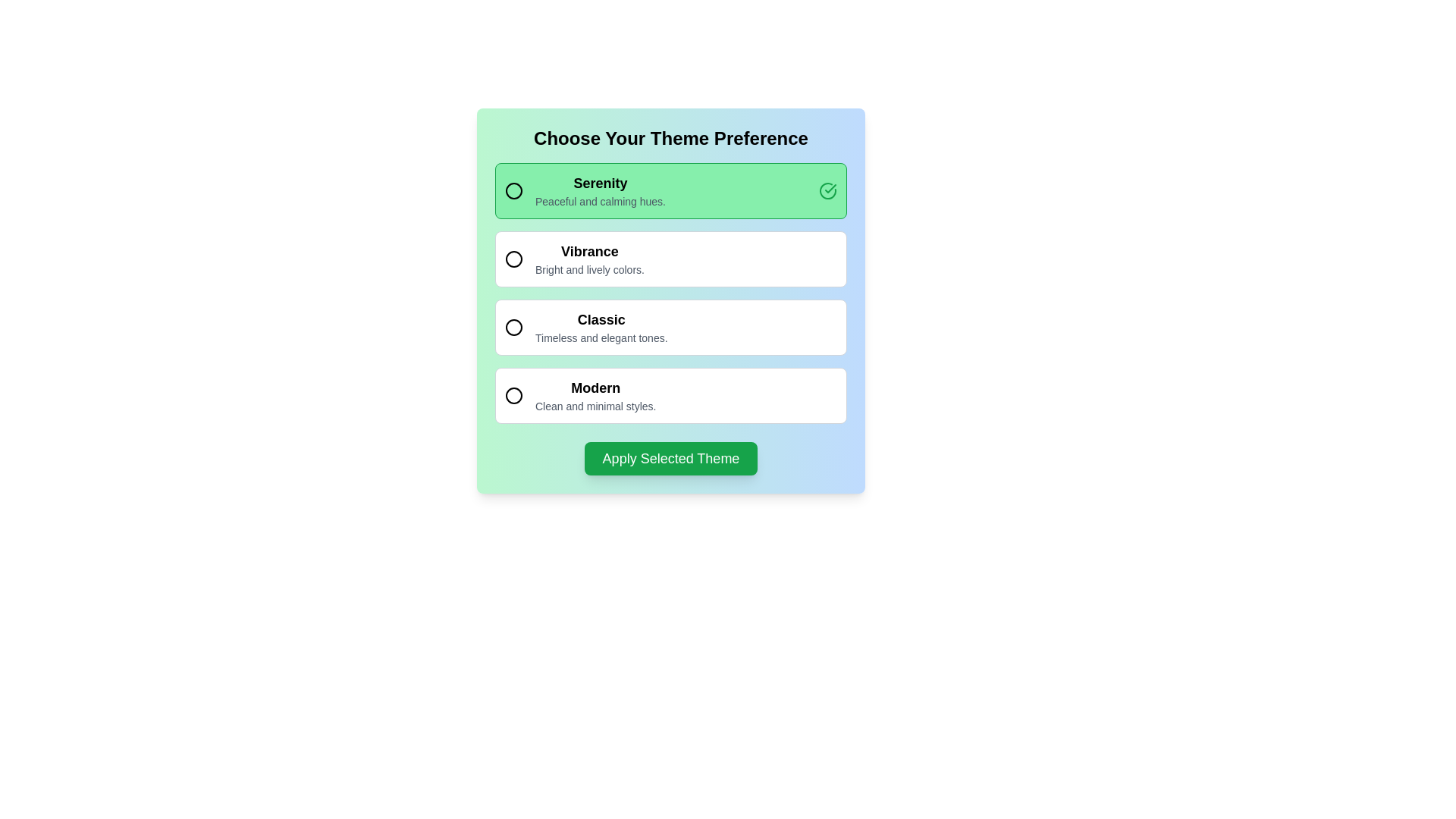 The image size is (1456, 819). I want to click on the 'Serenity' theme option text block, which provides a descriptive name and details for this specific theme under the heading 'Choose Your Theme Preference', so click(600, 190).